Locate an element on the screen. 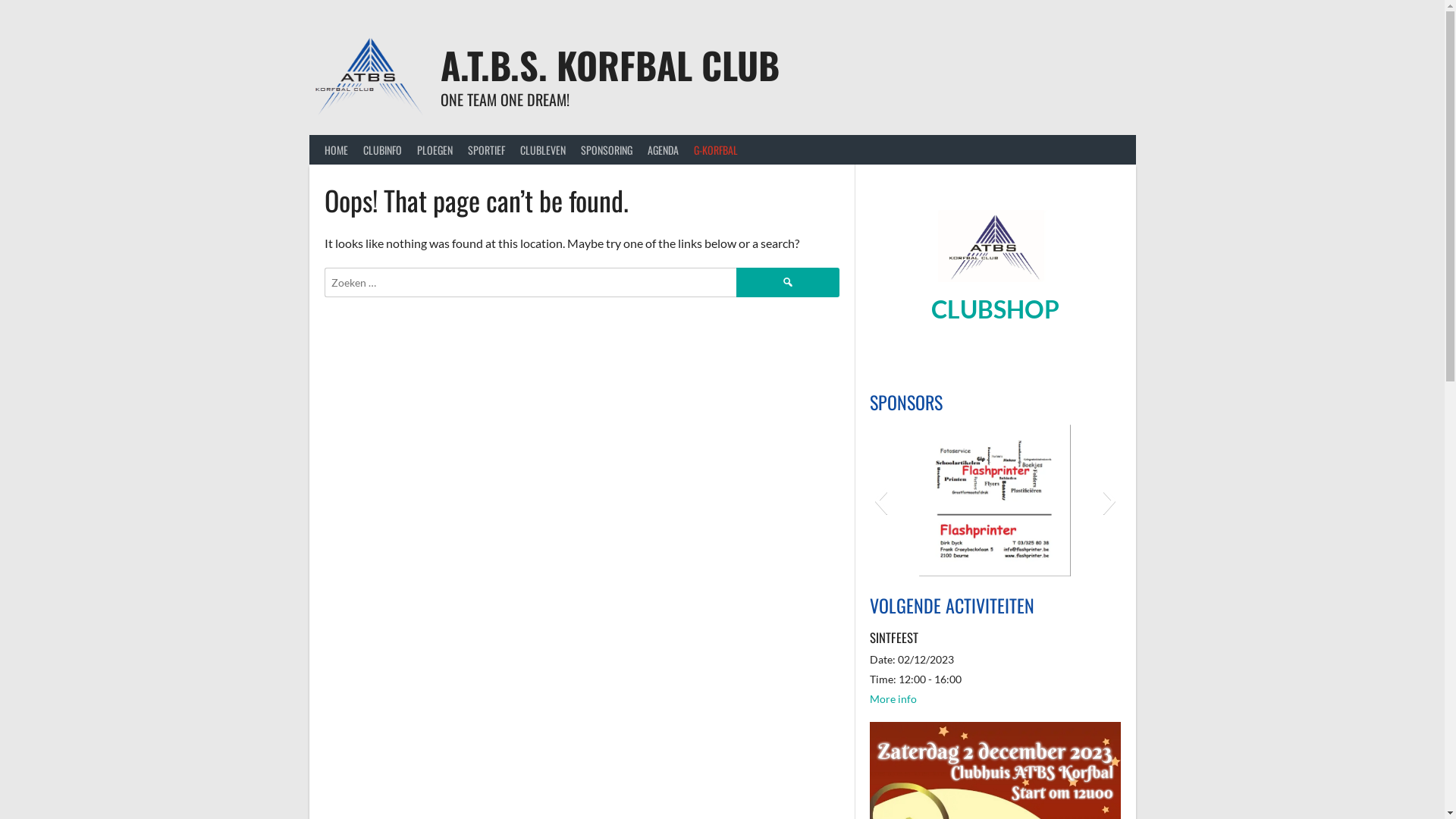 The width and height of the screenshot is (1456, 819). 'CLUBSHOP' is located at coordinates (930, 308).